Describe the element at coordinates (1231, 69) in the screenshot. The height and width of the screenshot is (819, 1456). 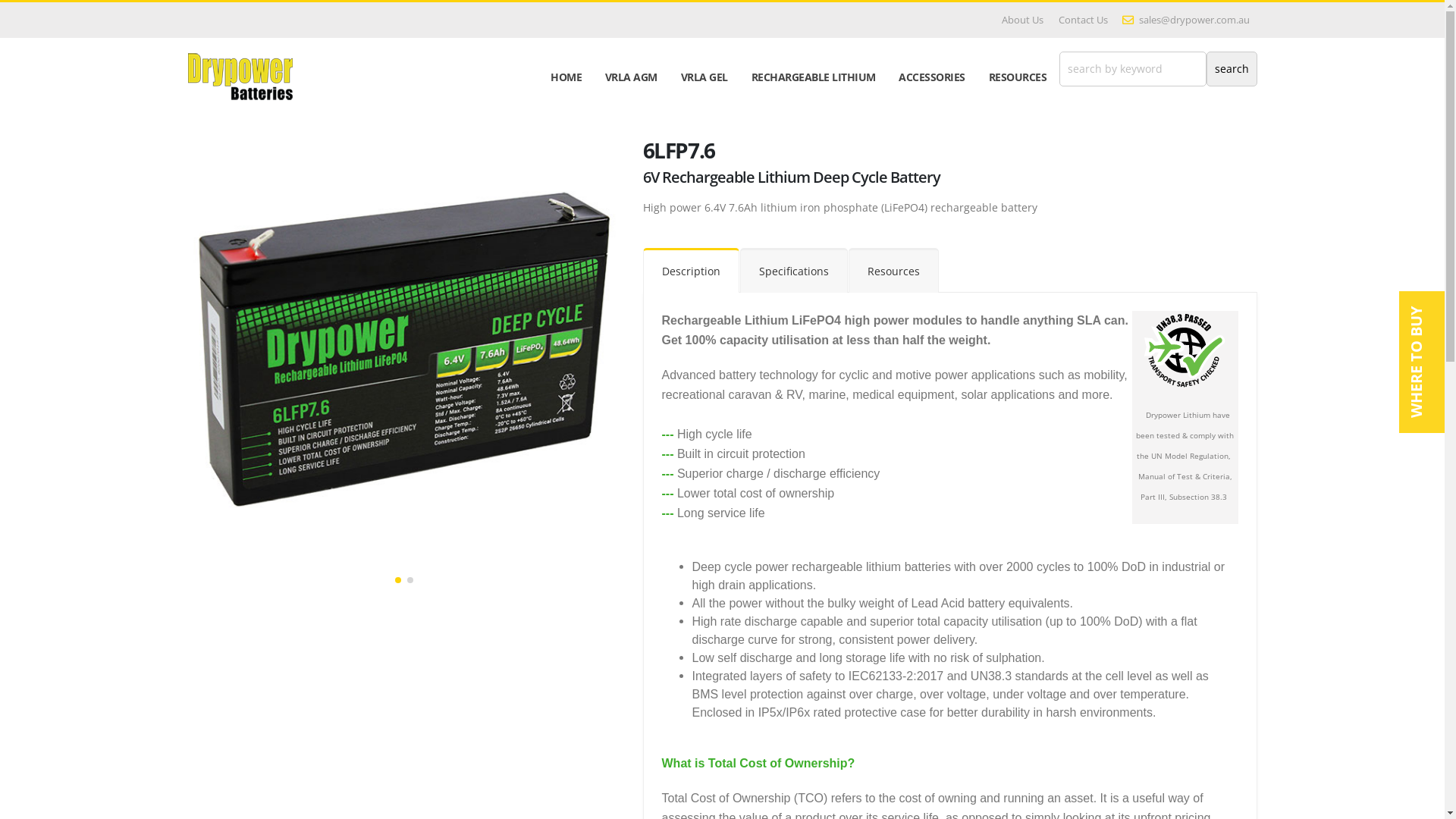
I see `'search'` at that location.